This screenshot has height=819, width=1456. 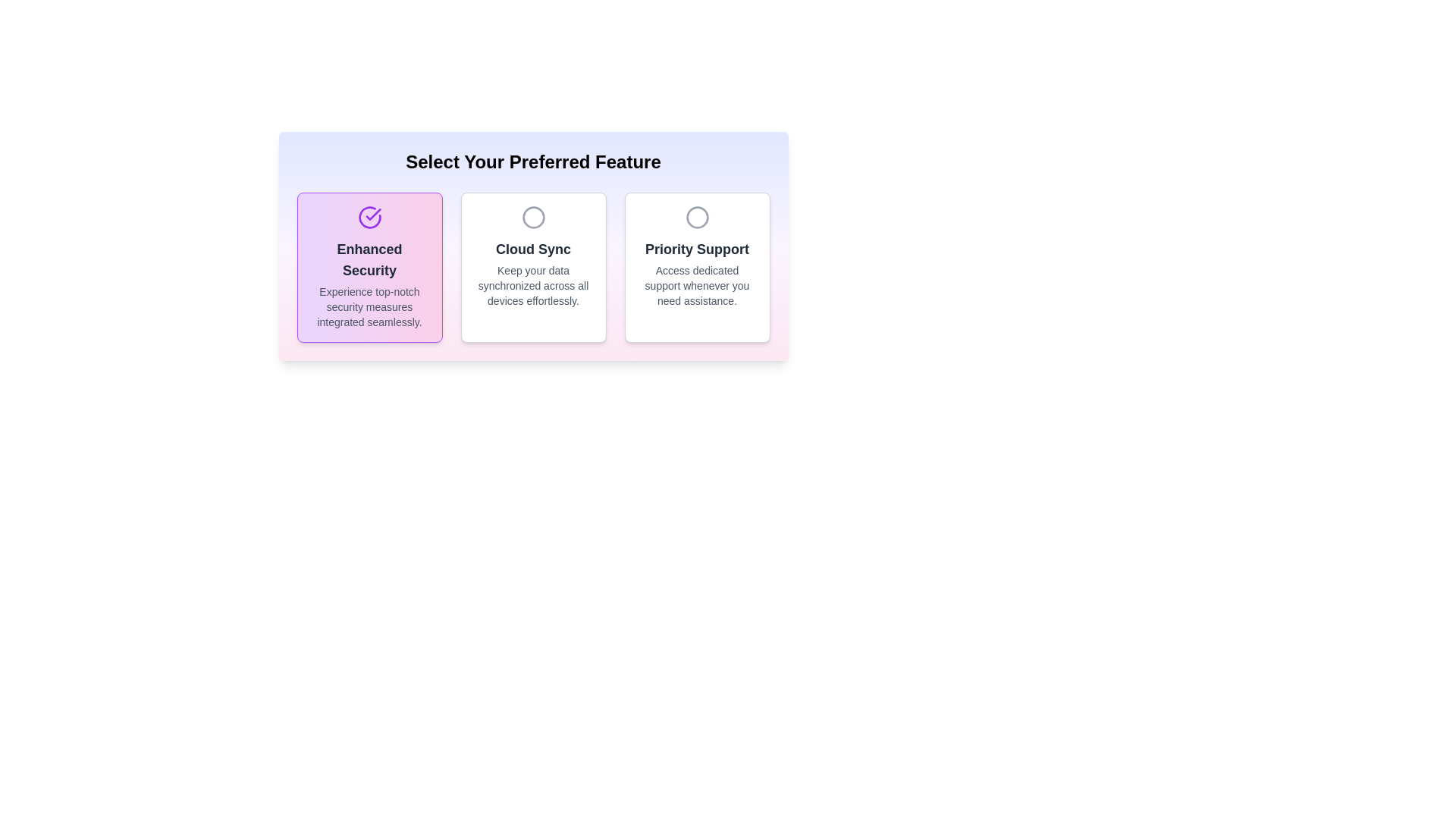 I want to click on the static text label that describes the 'Cloud Sync' option, which is located below the header text within the 'Cloud Sync' card, so click(x=533, y=286).